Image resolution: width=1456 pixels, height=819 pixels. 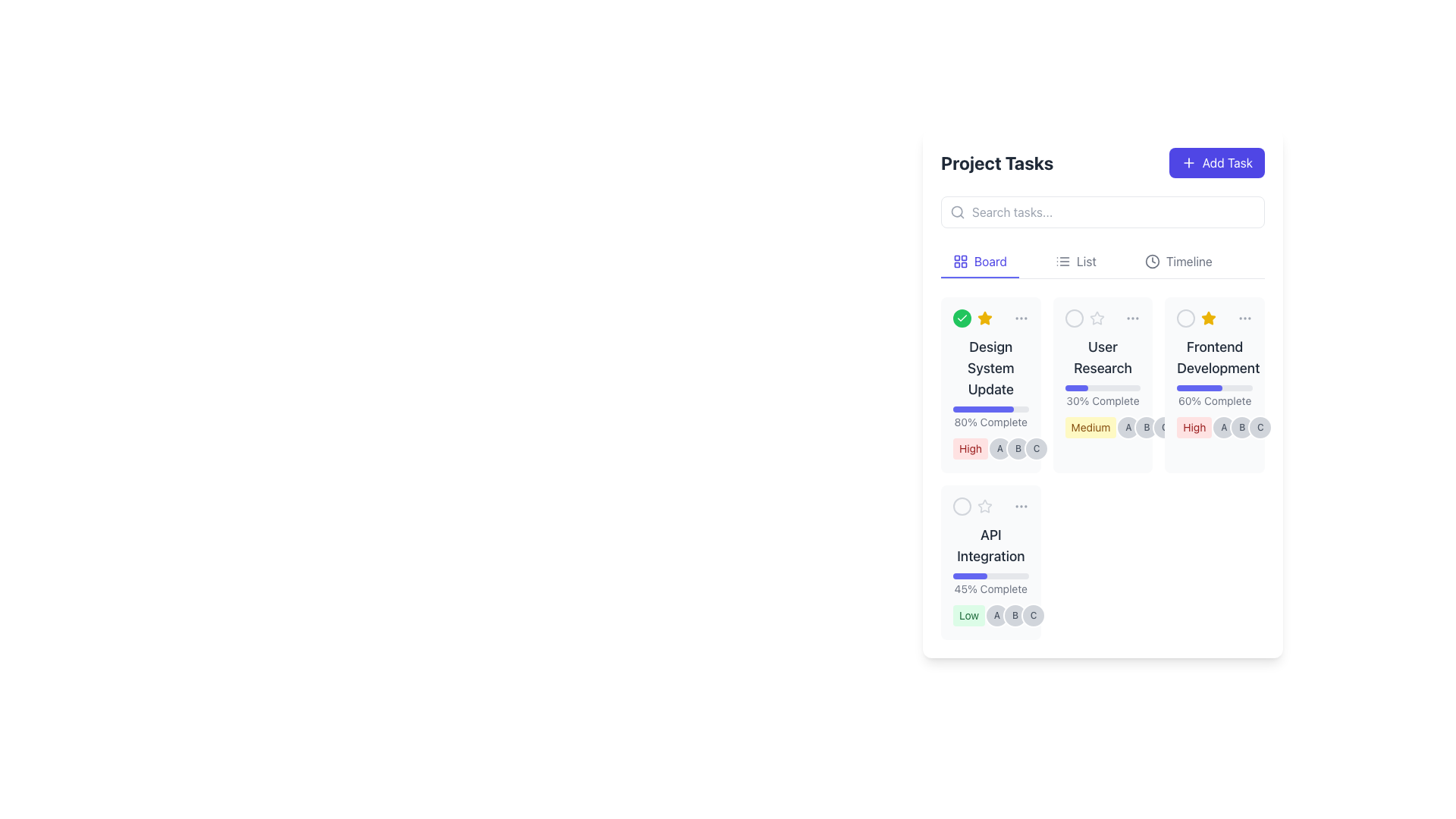 I want to click on the text label displaying '45% Complete' located below the progress bar in the task card titled 'API Integration', so click(x=990, y=588).